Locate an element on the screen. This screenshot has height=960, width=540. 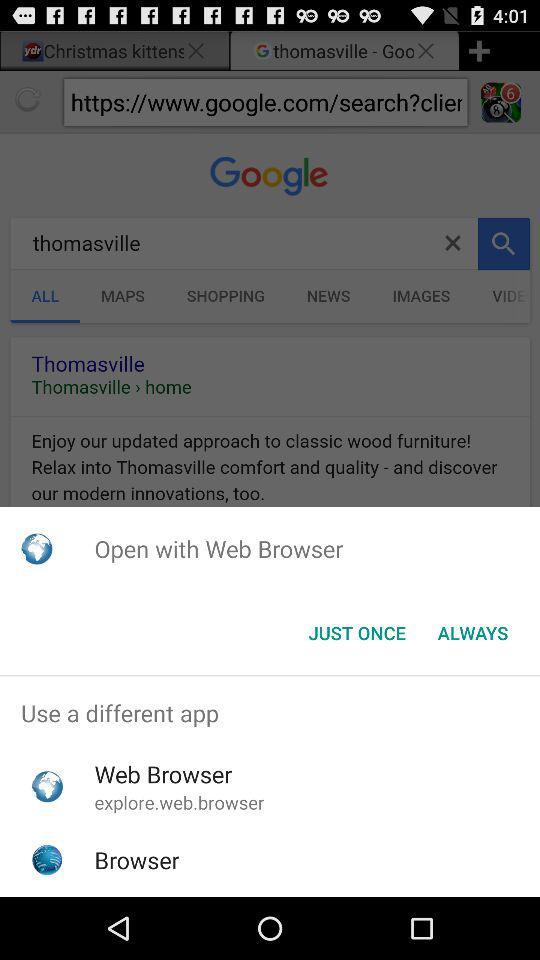
the button to the left of the always icon is located at coordinates (356, 632).